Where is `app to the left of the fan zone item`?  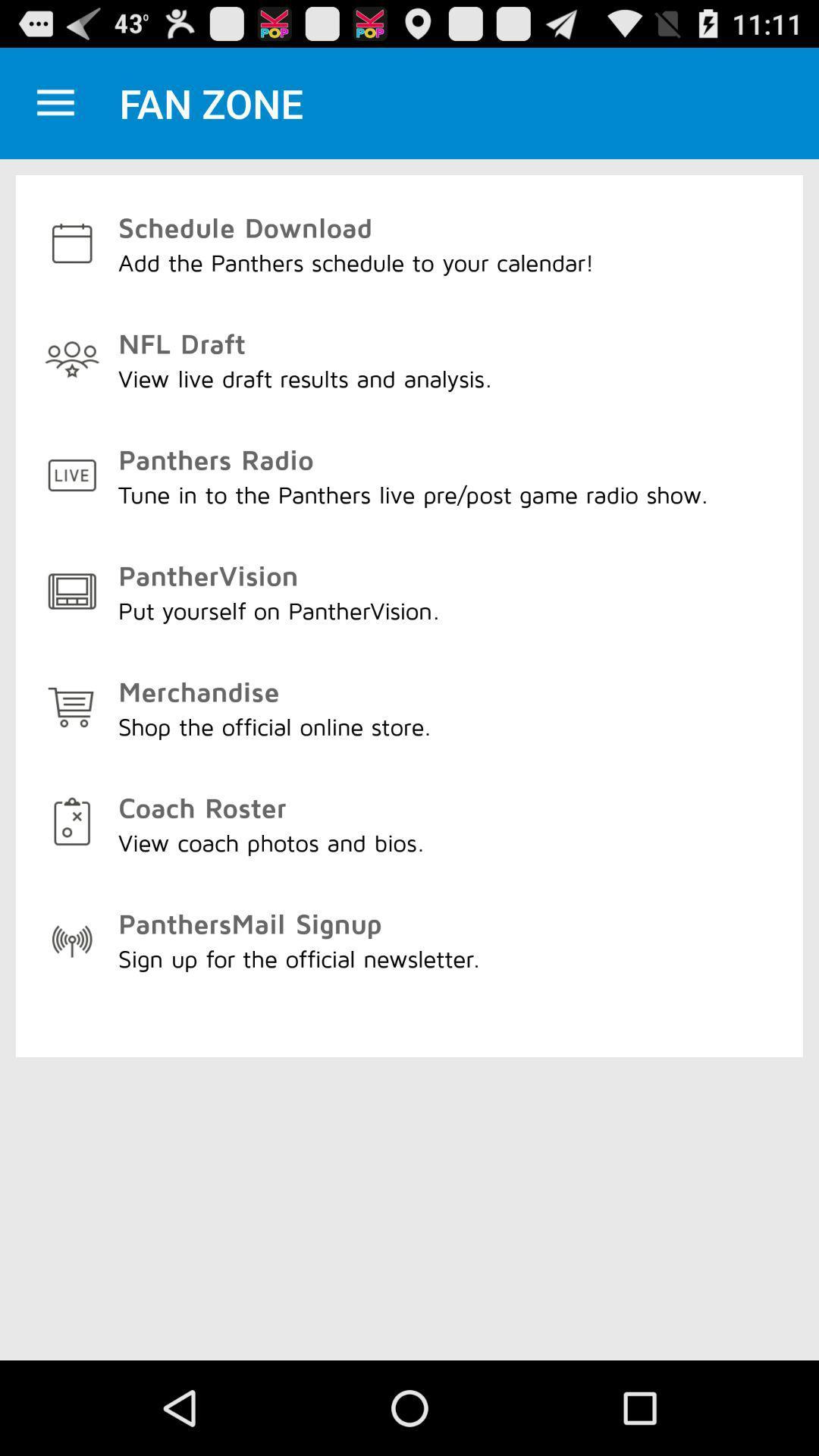
app to the left of the fan zone item is located at coordinates (55, 102).